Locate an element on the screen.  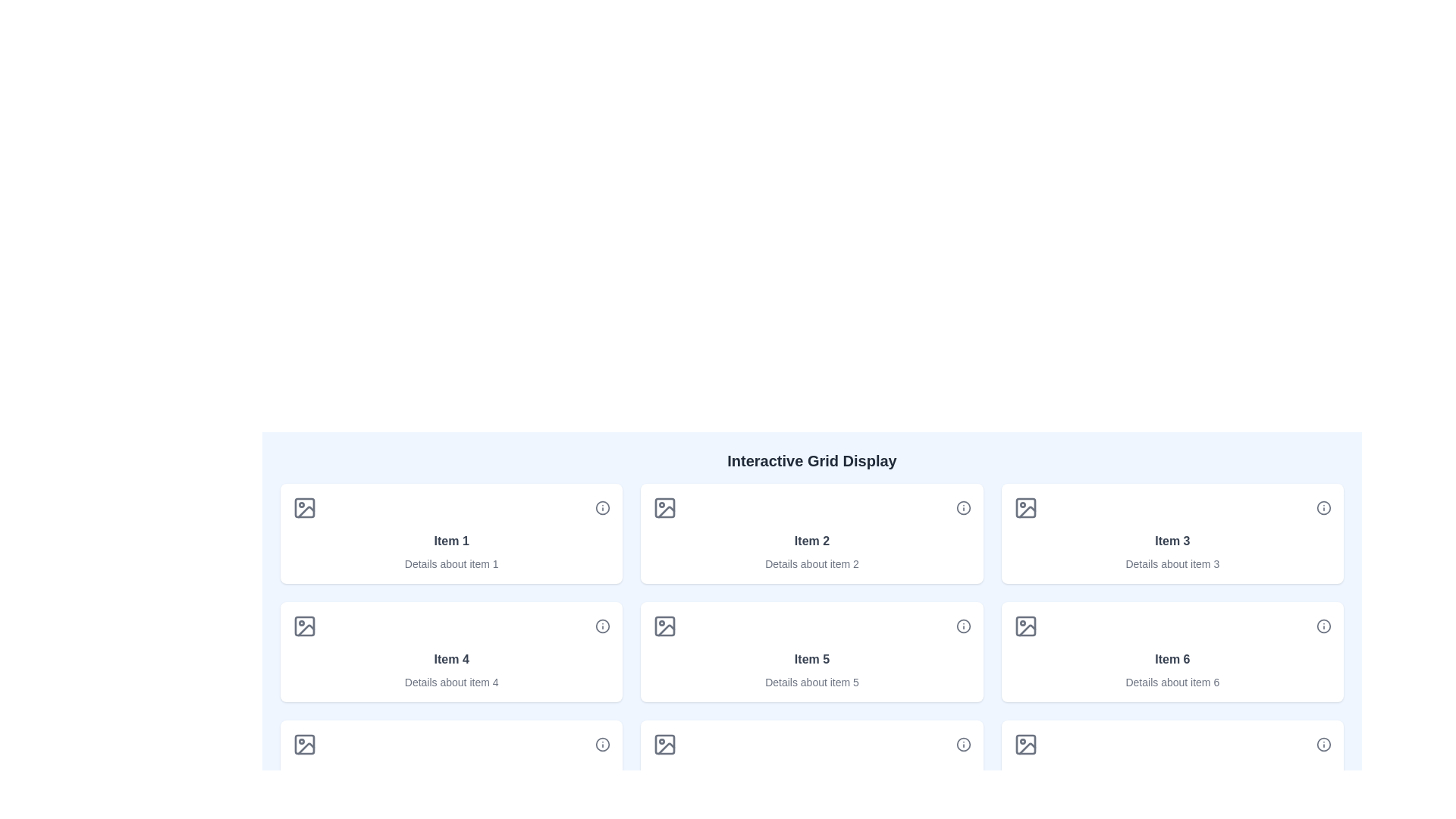
the circular information icon button with a gray border and blue hover effect located in the top-right corner of the 'Item 2' card is located at coordinates (962, 508).